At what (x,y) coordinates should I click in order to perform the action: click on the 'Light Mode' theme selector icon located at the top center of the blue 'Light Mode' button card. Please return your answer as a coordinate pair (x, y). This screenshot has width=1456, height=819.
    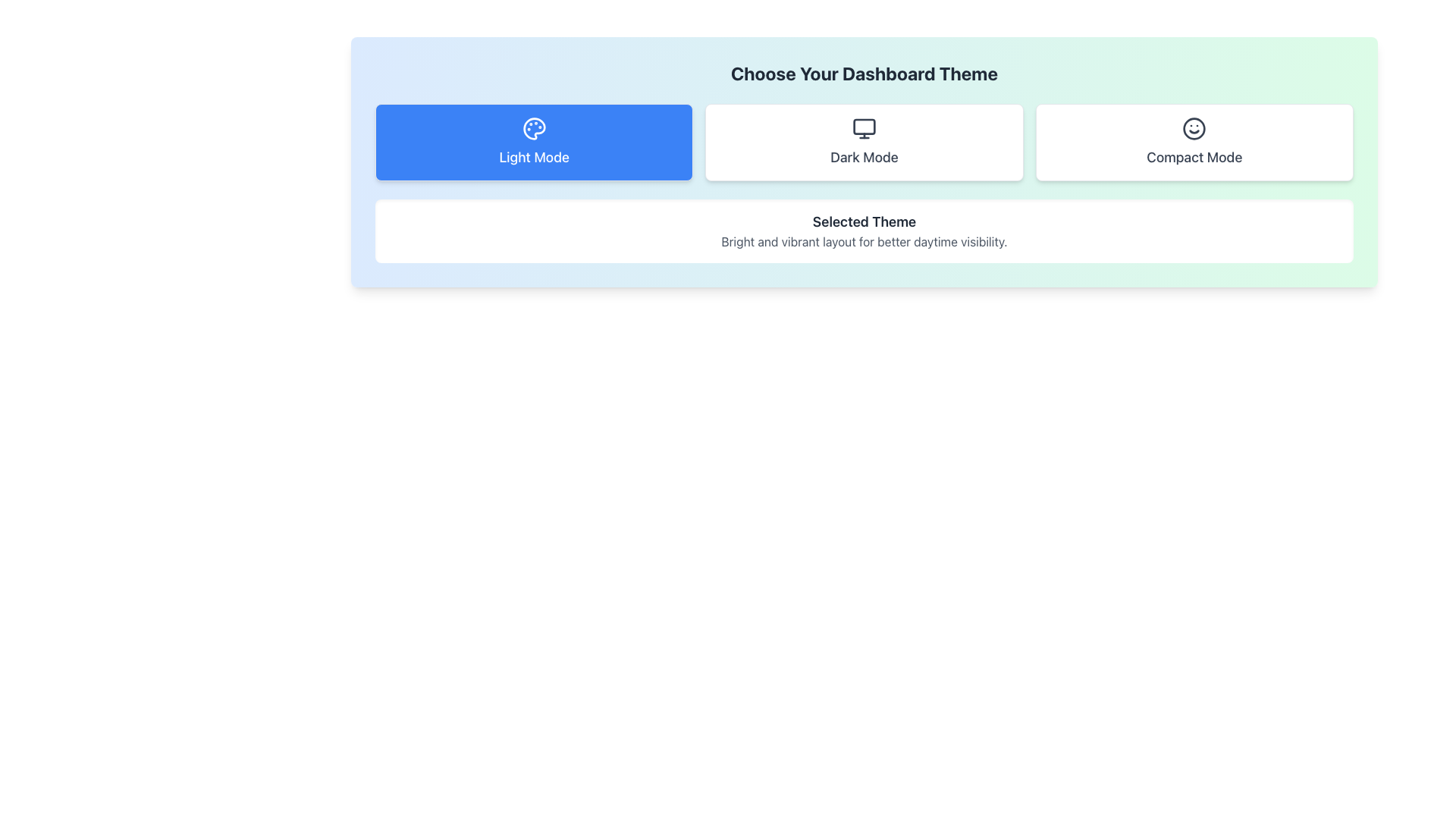
    Looking at the image, I should click on (534, 127).